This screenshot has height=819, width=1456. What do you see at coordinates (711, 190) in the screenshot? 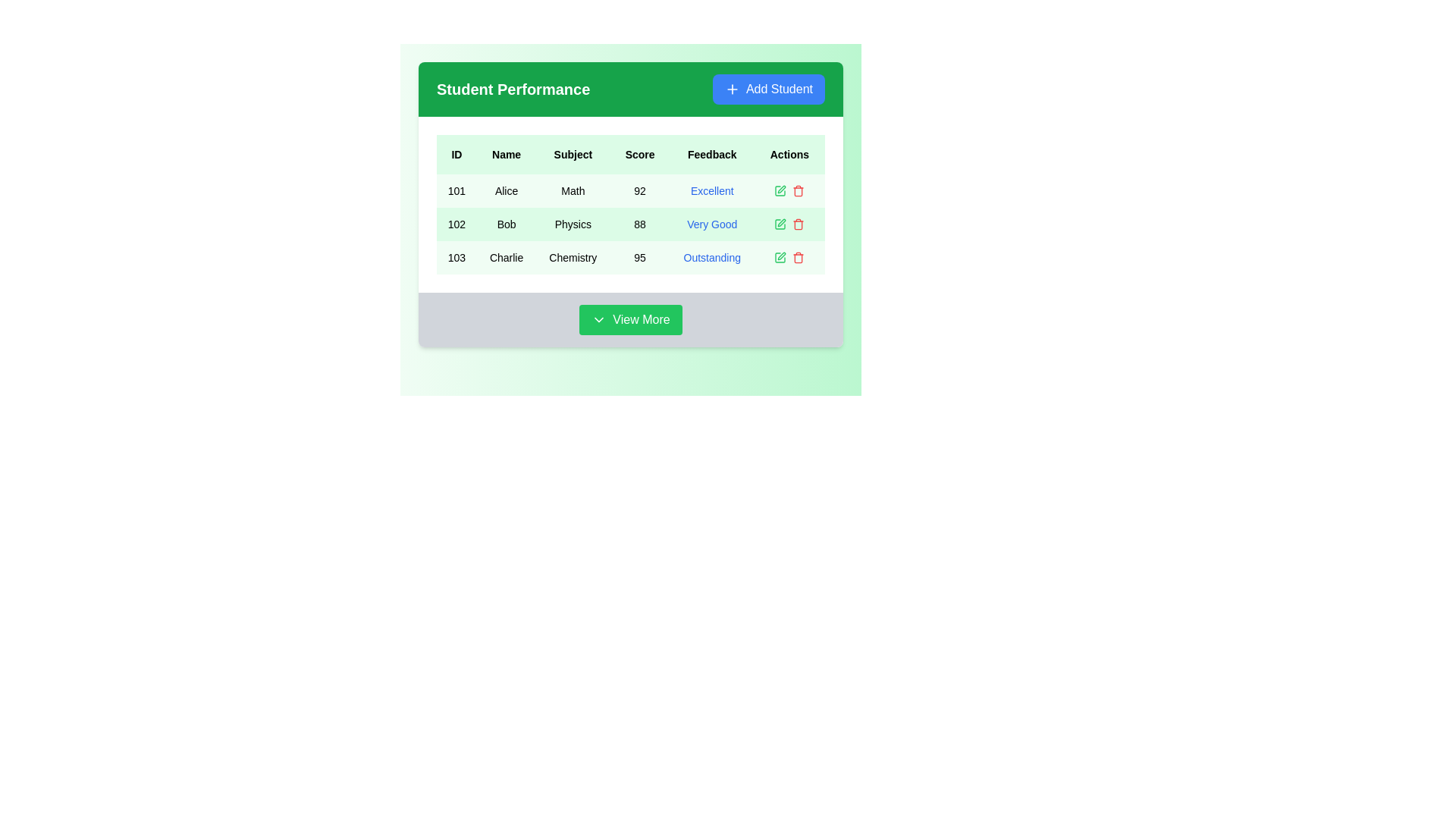
I see `the Text label indicating feedback status for 'Alice' in the first row of the table under the 'Feedback' column` at bounding box center [711, 190].